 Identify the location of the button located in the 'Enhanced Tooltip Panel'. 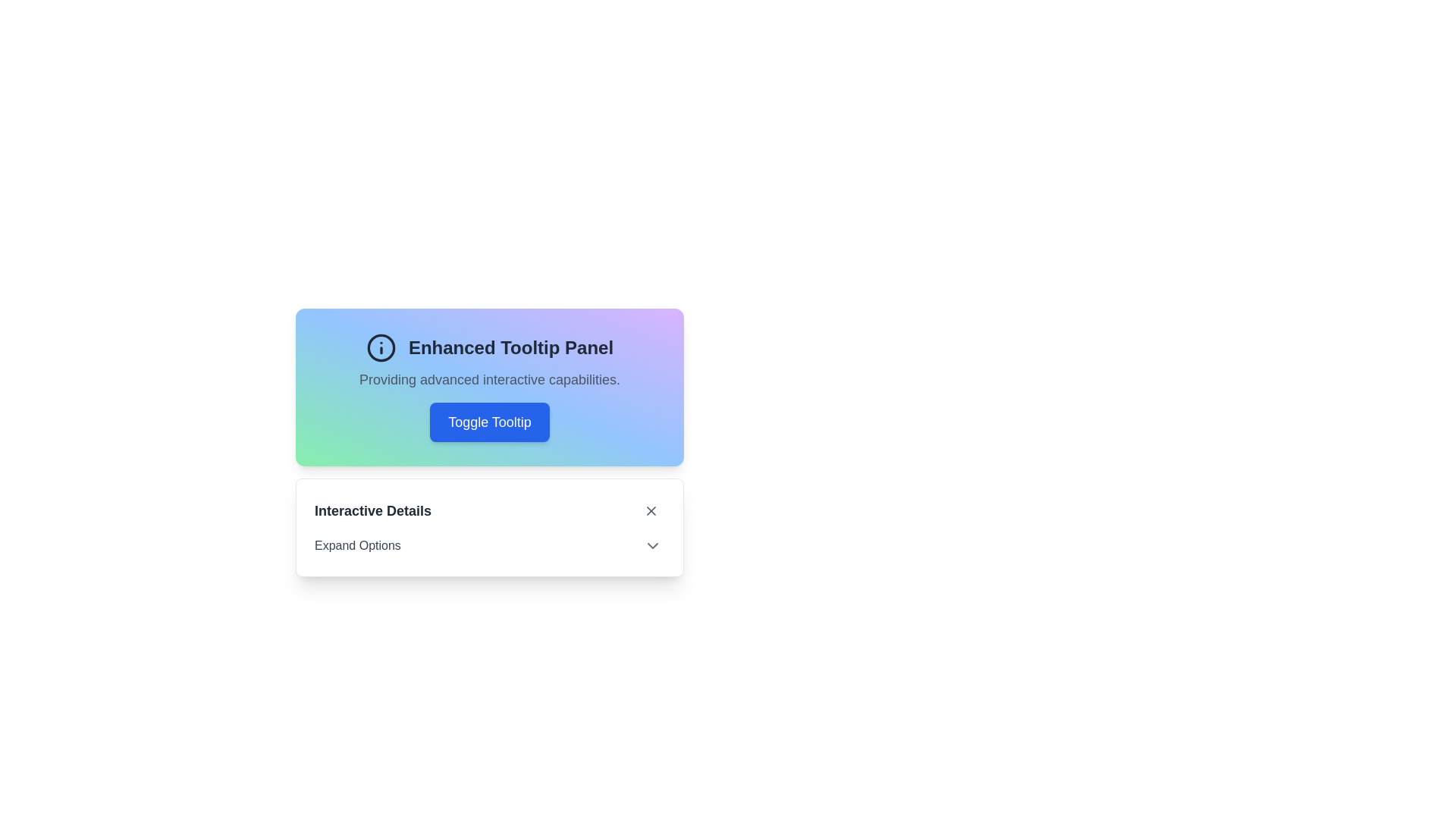
(490, 422).